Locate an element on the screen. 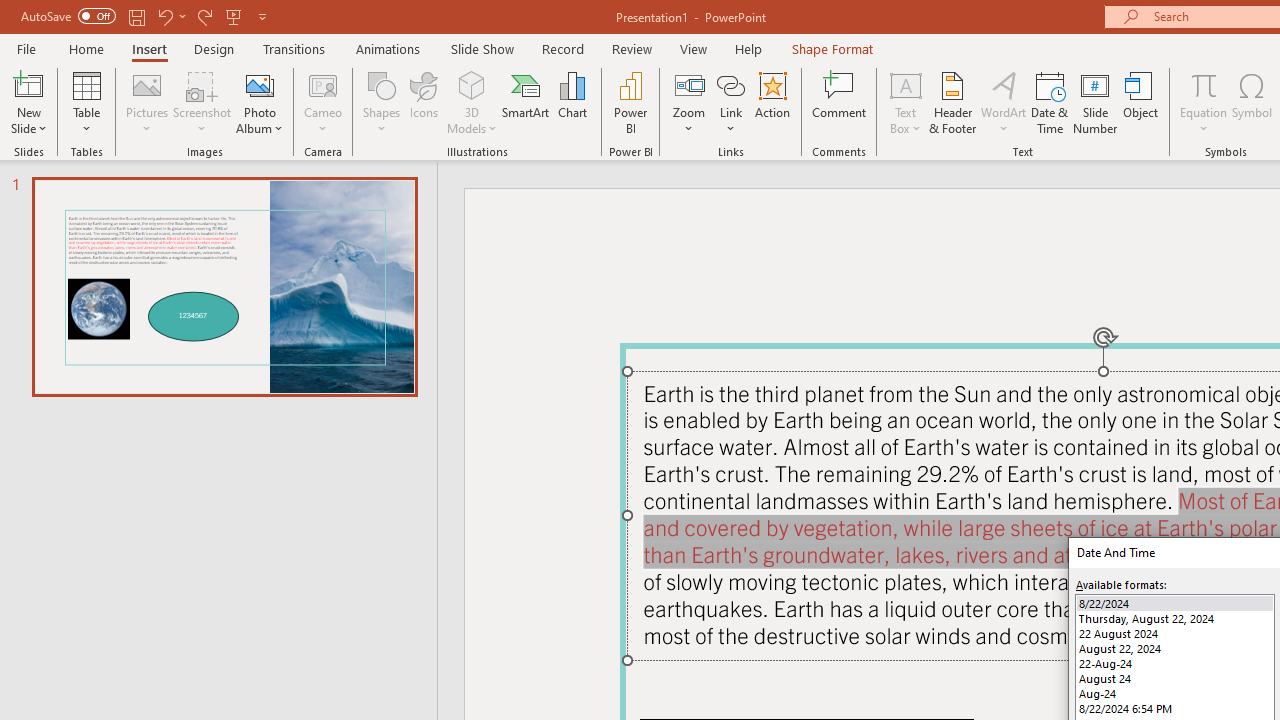 Image resolution: width=1280 pixels, height=720 pixels. 'August 24' is located at coordinates (1175, 677).